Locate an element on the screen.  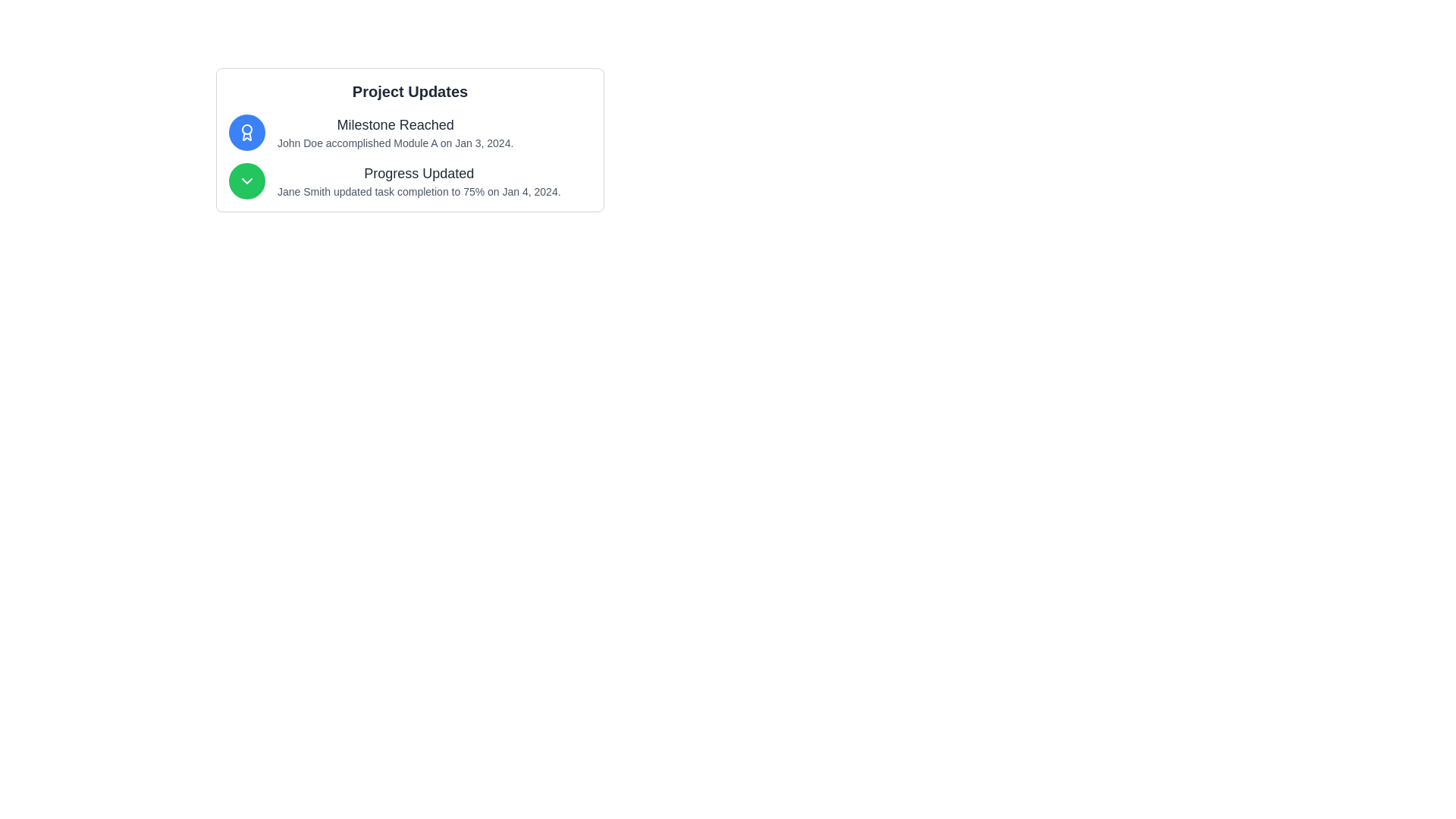
the text element displaying 'Milestone Reached' in bold, dark gray font located in the upper section of the 'Project Updates' card is located at coordinates (395, 124).